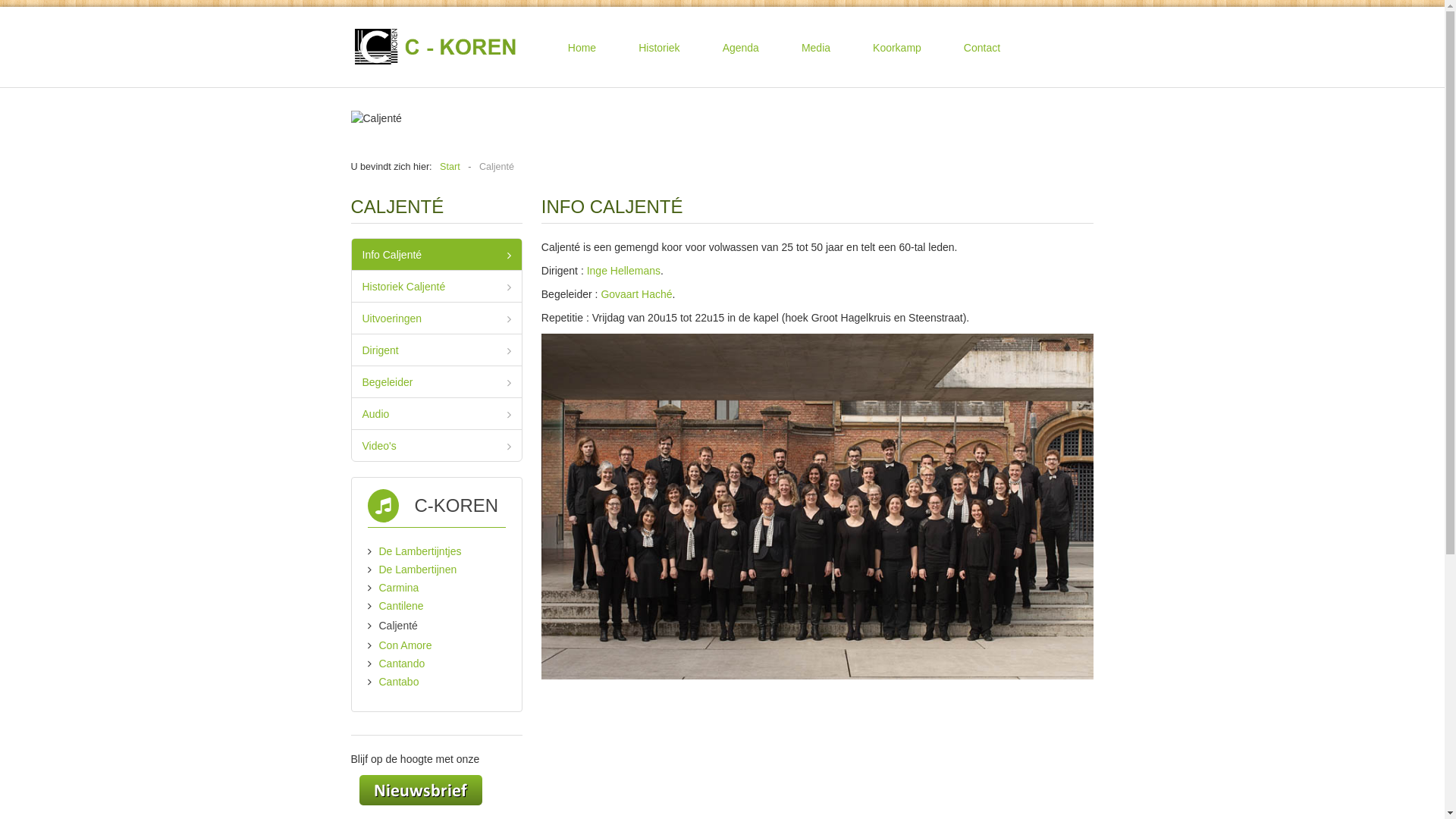 This screenshot has height=819, width=1456. Describe the element at coordinates (946, 46) in the screenshot. I see `'Contact'` at that location.